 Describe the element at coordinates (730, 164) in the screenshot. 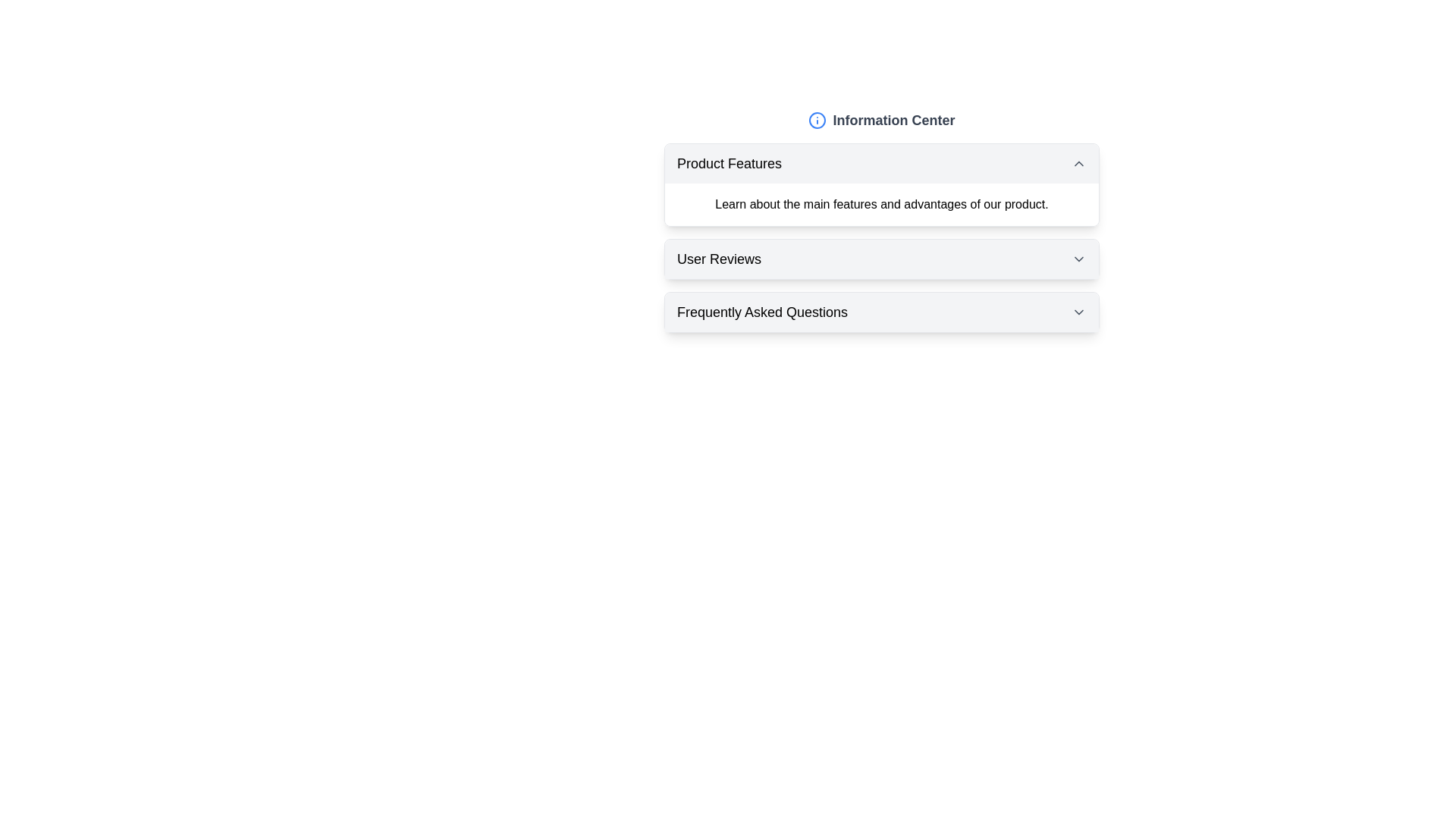

I see `text label displaying 'Product Features' located at the top of an expandable section, aligned to the left with an icon to its right` at that location.